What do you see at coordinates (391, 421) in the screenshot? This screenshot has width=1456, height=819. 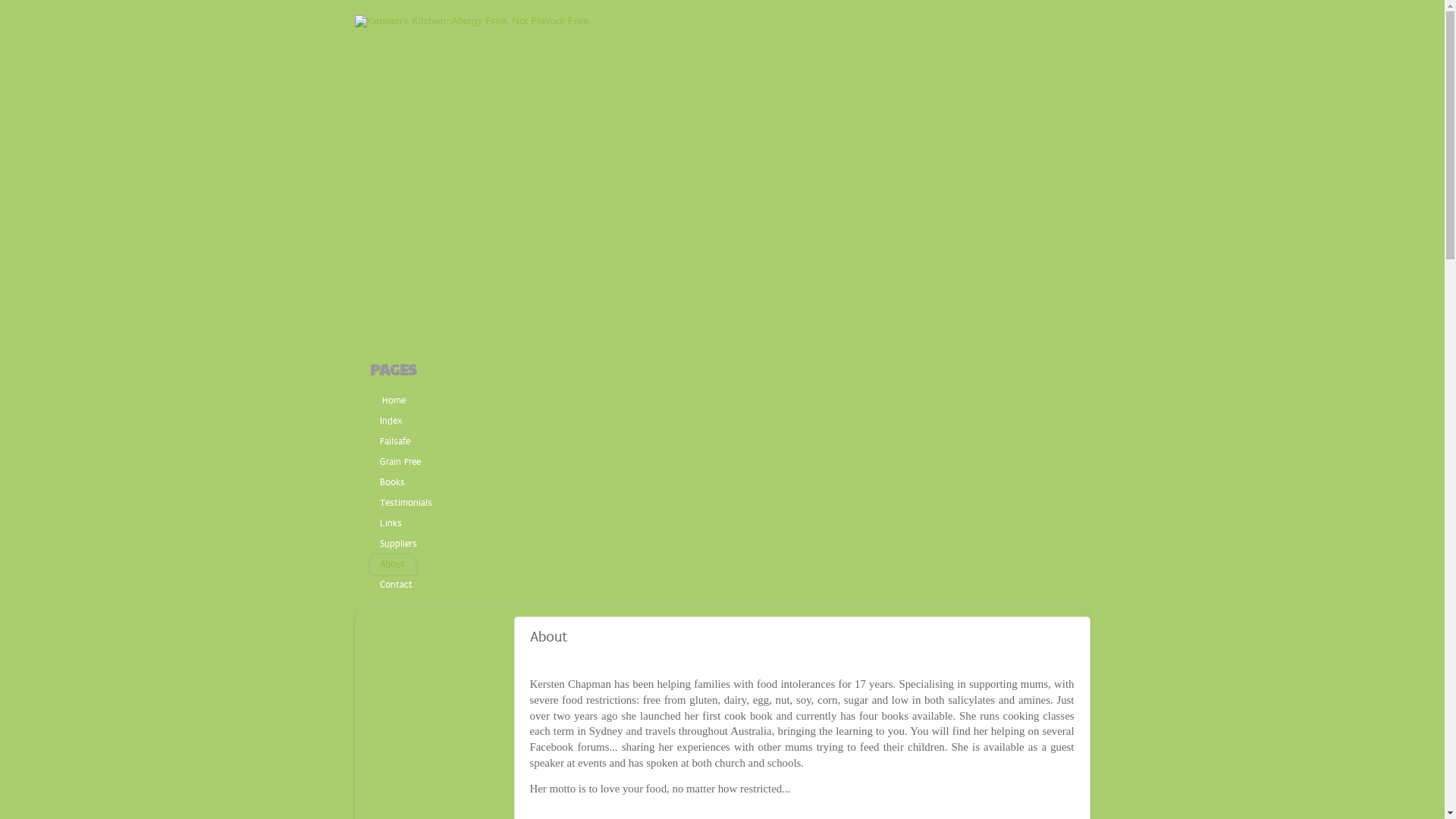 I see `'Index'` at bounding box center [391, 421].